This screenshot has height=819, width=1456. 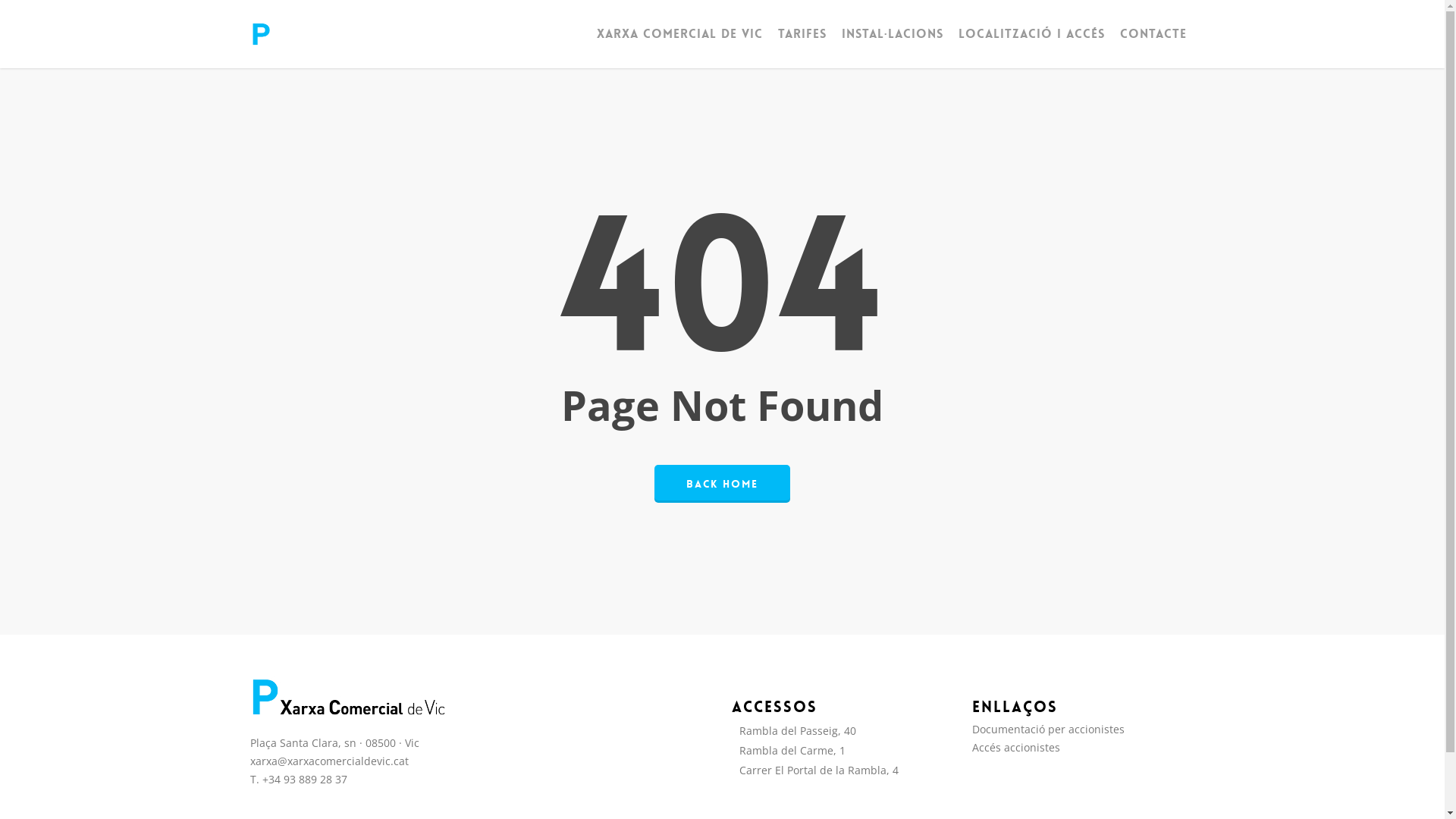 I want to click on 'Back Home', so click(x=721, y=482).